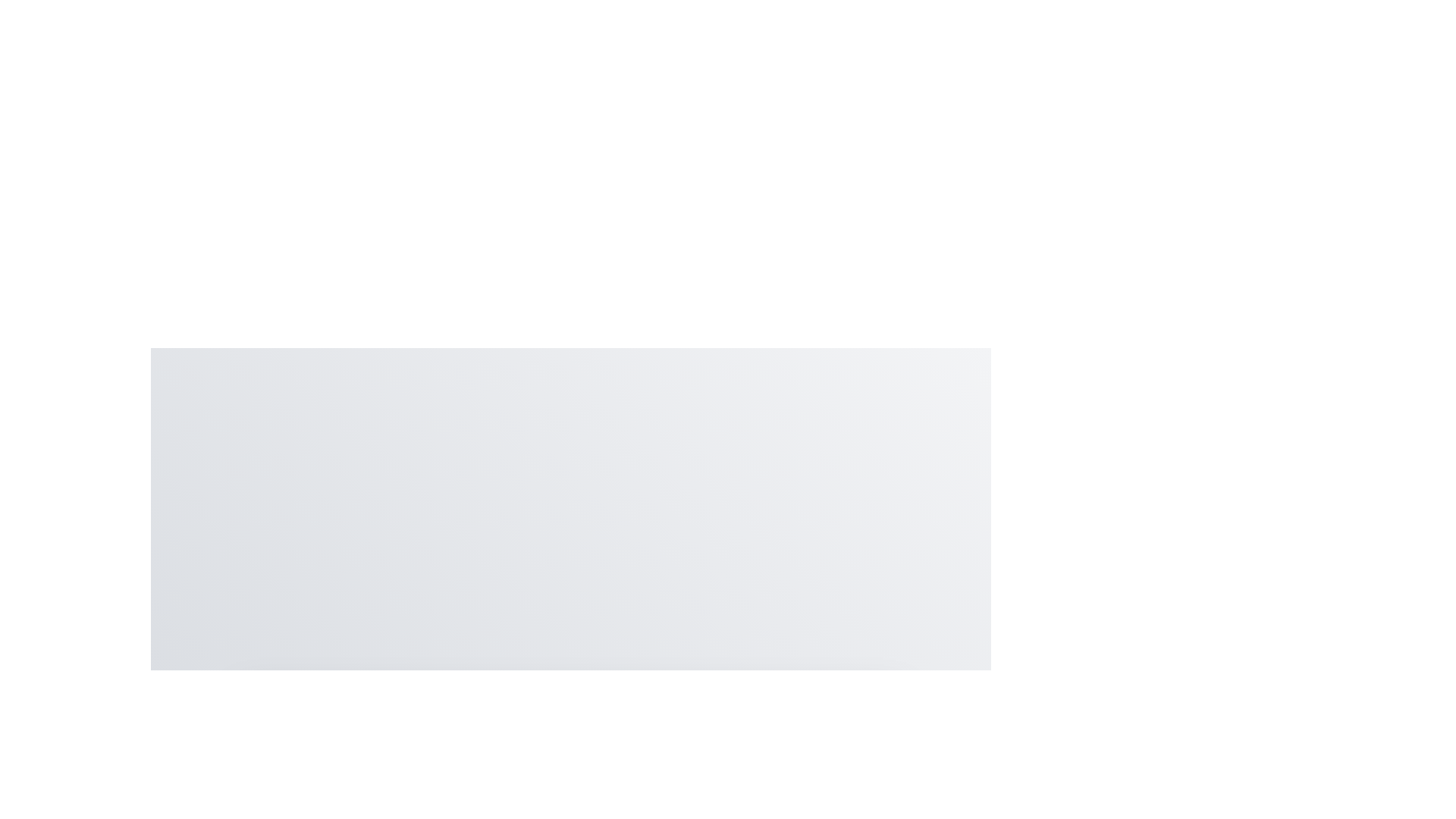  I want to click on the textual content displaying 'Clear skies and warm weather.' which is styled in gray and located below the bold text 'Sunny' in a light blue background area, so click(570, 795).